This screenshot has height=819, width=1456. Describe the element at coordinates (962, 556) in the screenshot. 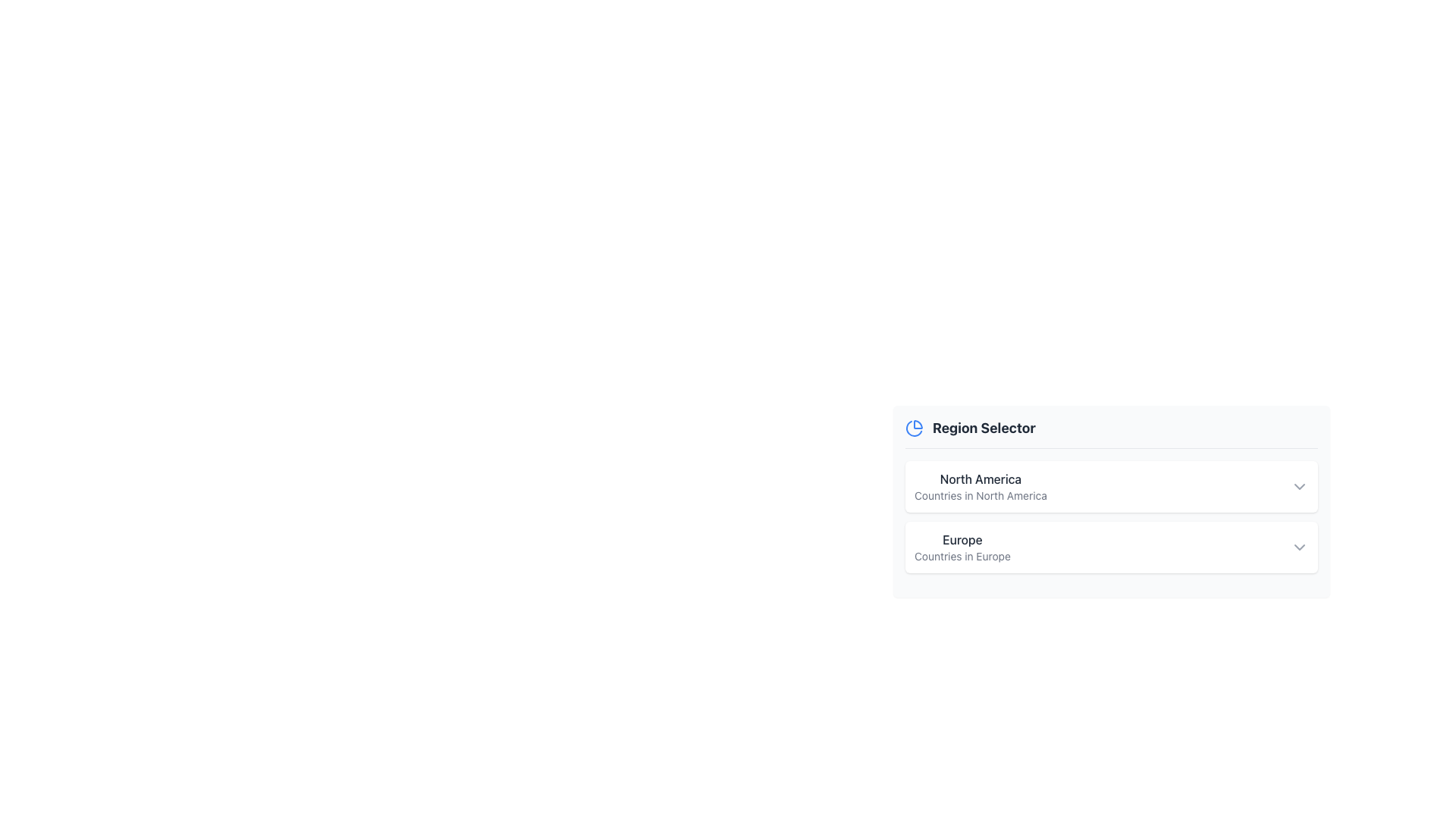

I see `the descriptive text label located directly below the 'Europe' text in the 'Region Selector' interface` at that location.